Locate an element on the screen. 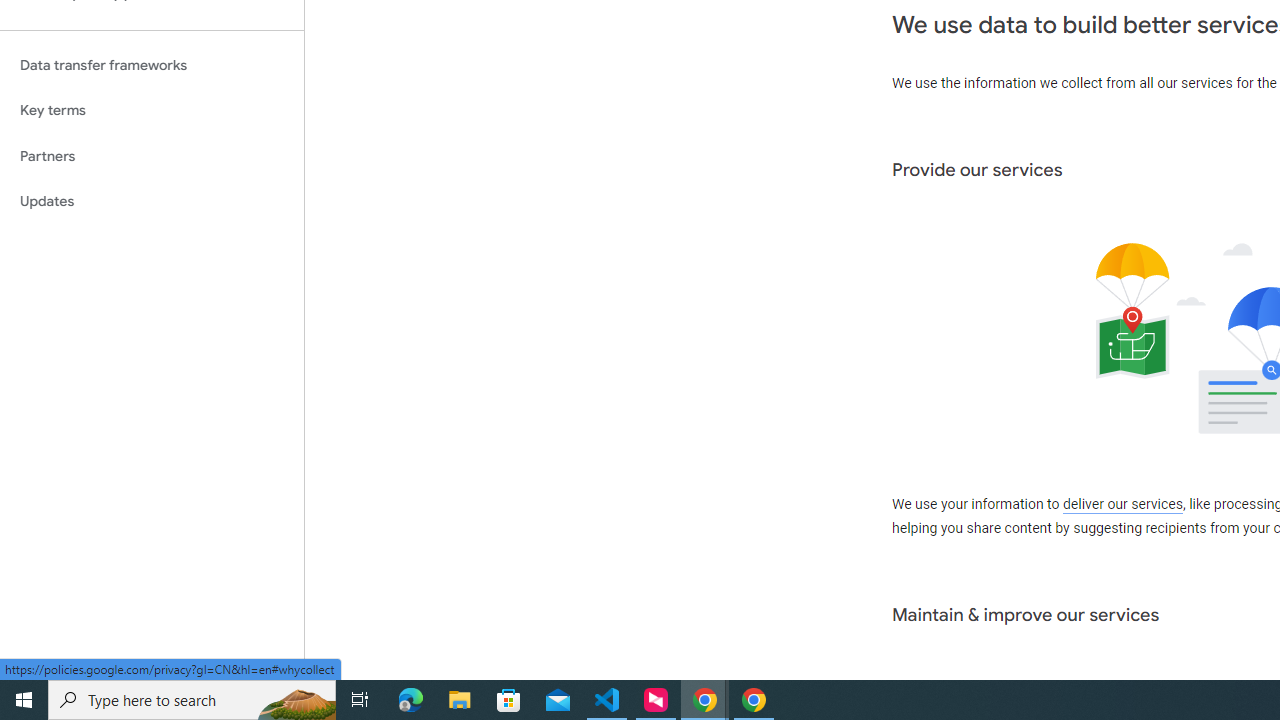 Image resolution: width=1280 pixels, height=720 pixels. 'deliver our services' is located at coordinates (1122, 504).